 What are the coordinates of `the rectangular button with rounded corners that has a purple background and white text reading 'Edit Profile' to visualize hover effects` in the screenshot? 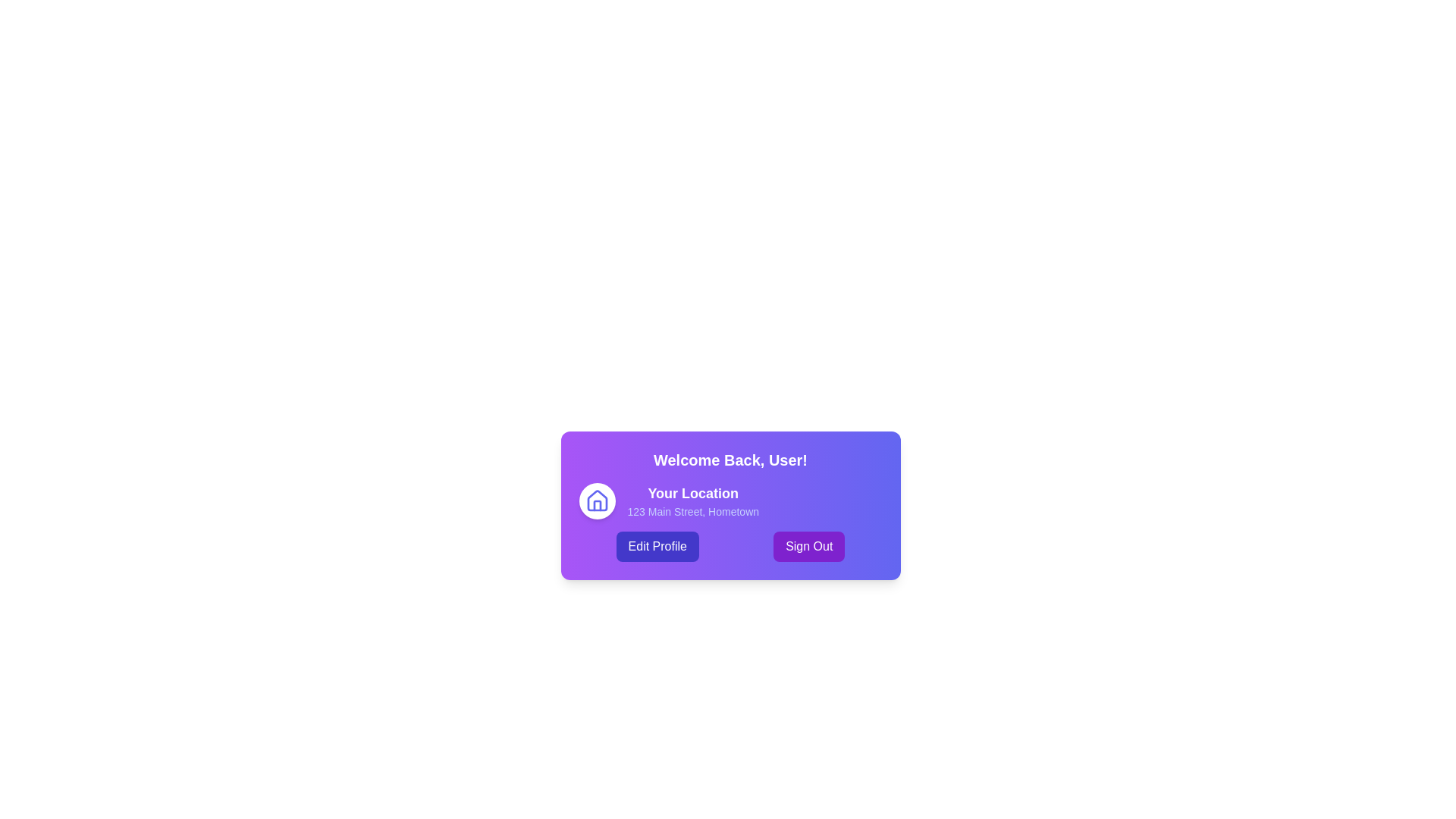 It's located at (657, 547).